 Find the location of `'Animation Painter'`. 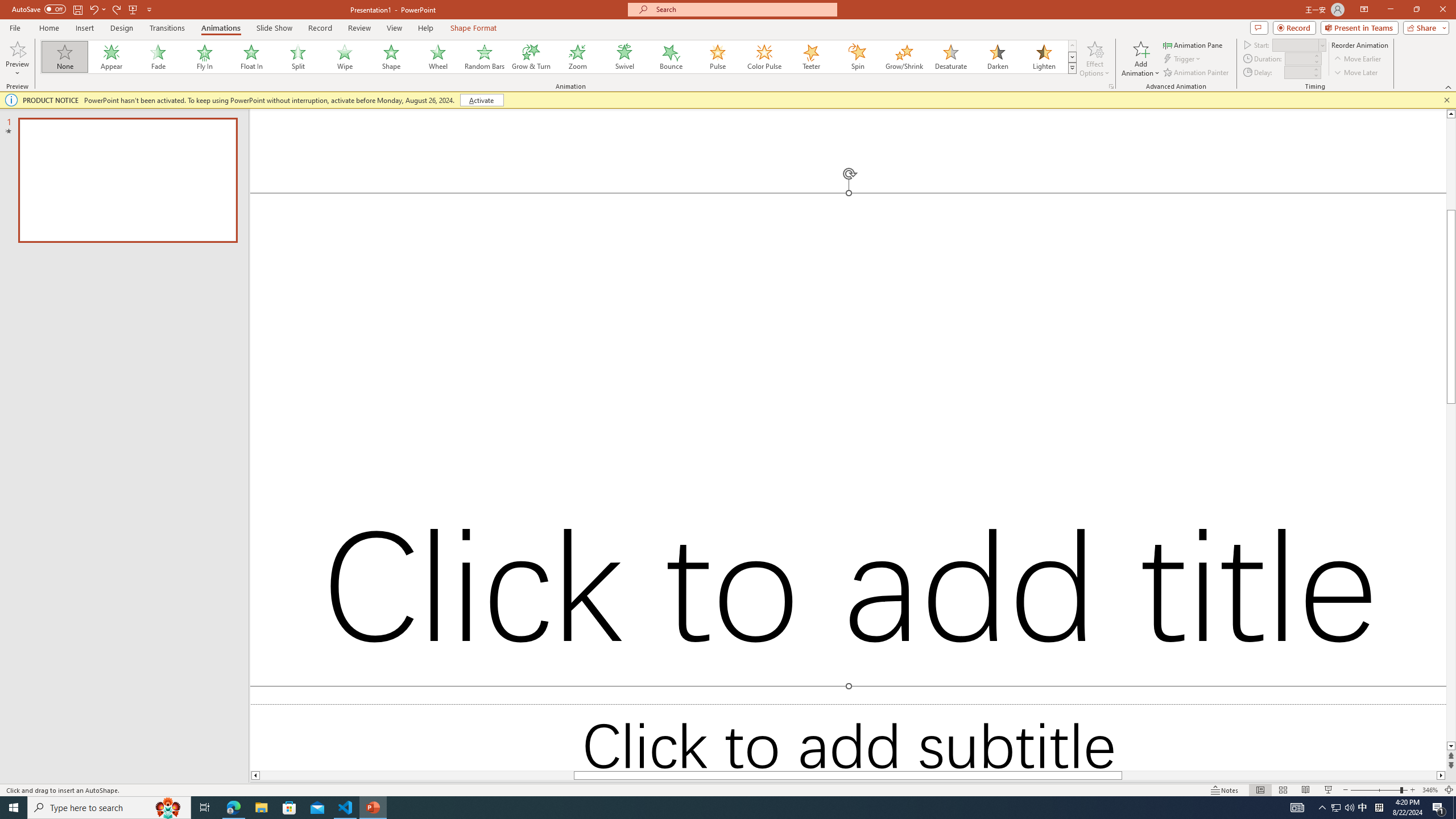

'Animation Painter' is located at coordinates (1196, 72).